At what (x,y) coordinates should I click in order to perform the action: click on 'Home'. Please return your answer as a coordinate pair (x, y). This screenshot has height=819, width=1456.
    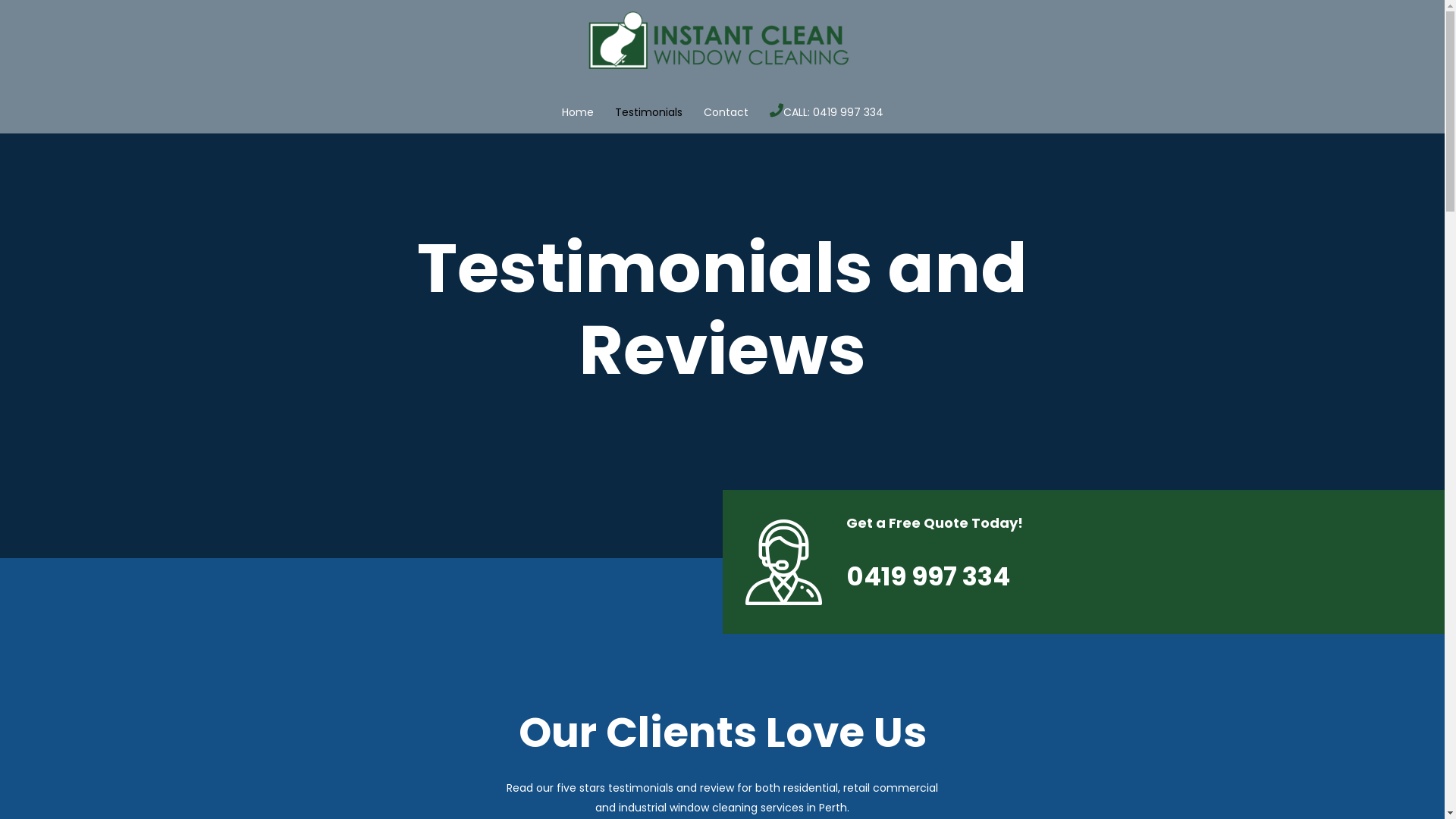
    Looking at the image, I should click on (549, 111).